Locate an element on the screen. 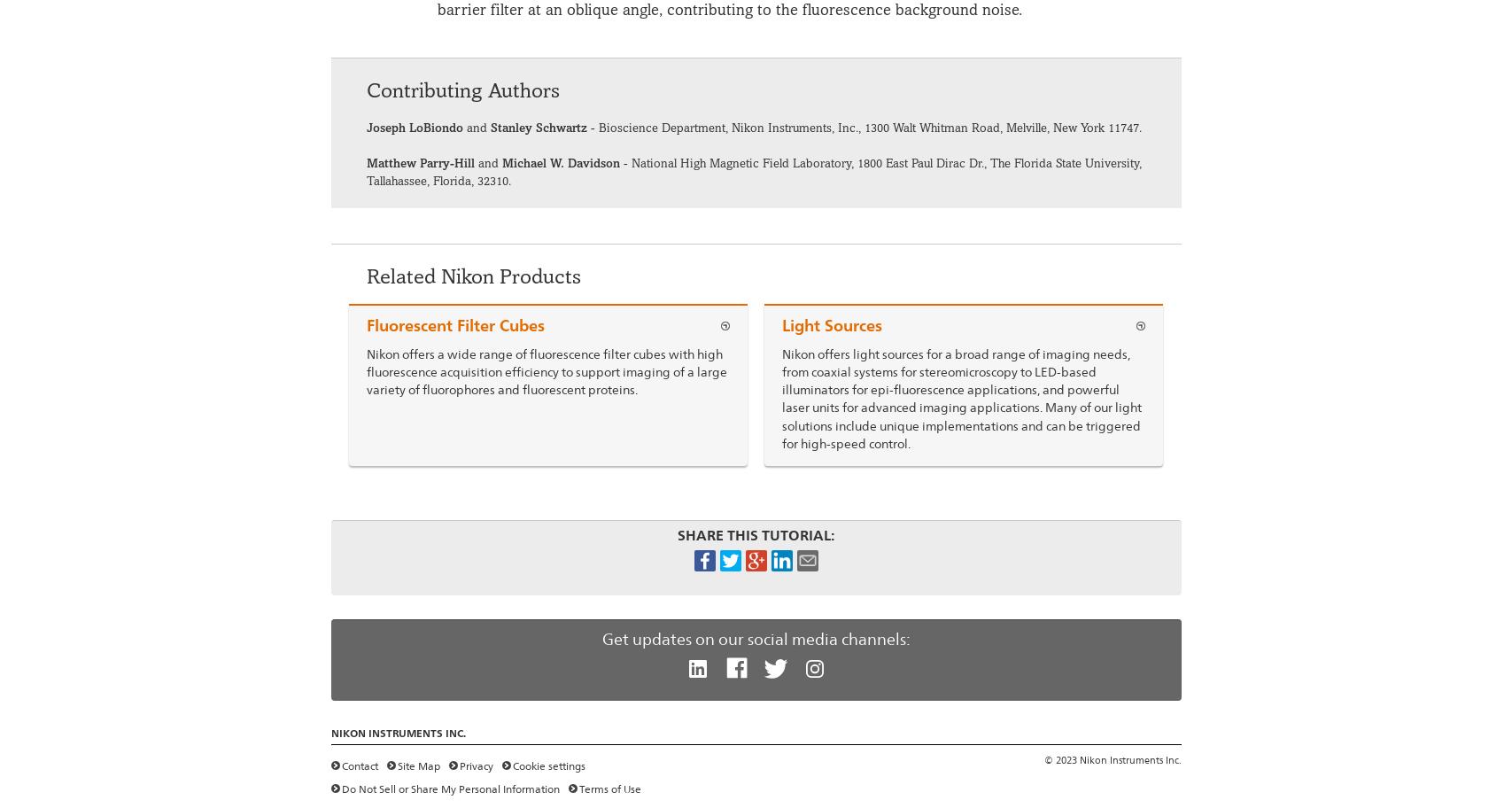 This screenshot has height=808, width=1512. '- National High Magnetic Field Laboratory, 1800 East Paul Dirac Dr., The Florida State University, Tallahassee, Florida, 32310.' is located at coordinates (753, 170).